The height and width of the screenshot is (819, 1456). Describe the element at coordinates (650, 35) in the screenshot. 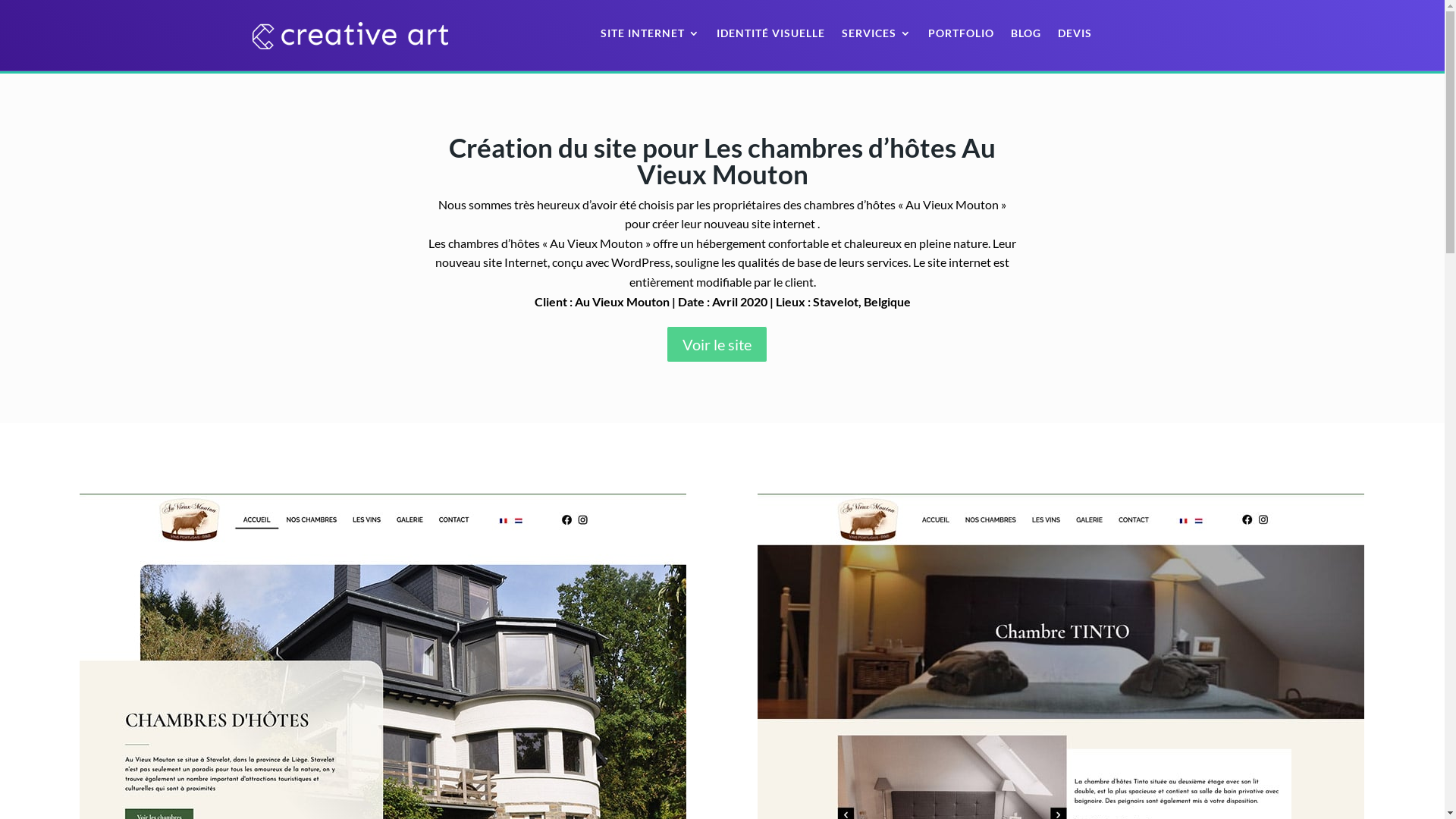

I see `'SITE INTERNET'` at that location.